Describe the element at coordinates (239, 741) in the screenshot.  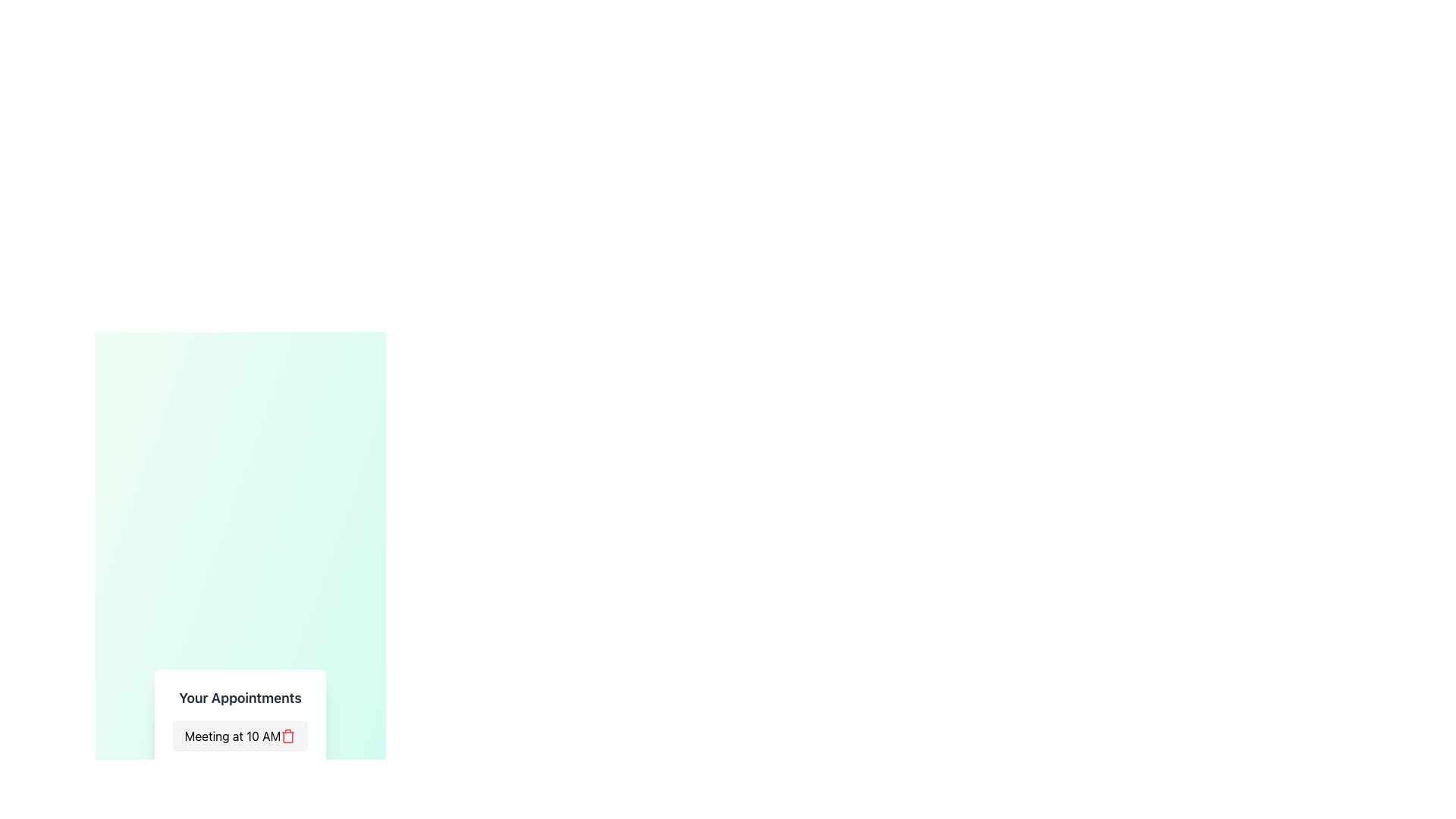
I see `the trash icon within the 'Meeting at 10 AM' text block` at that location.